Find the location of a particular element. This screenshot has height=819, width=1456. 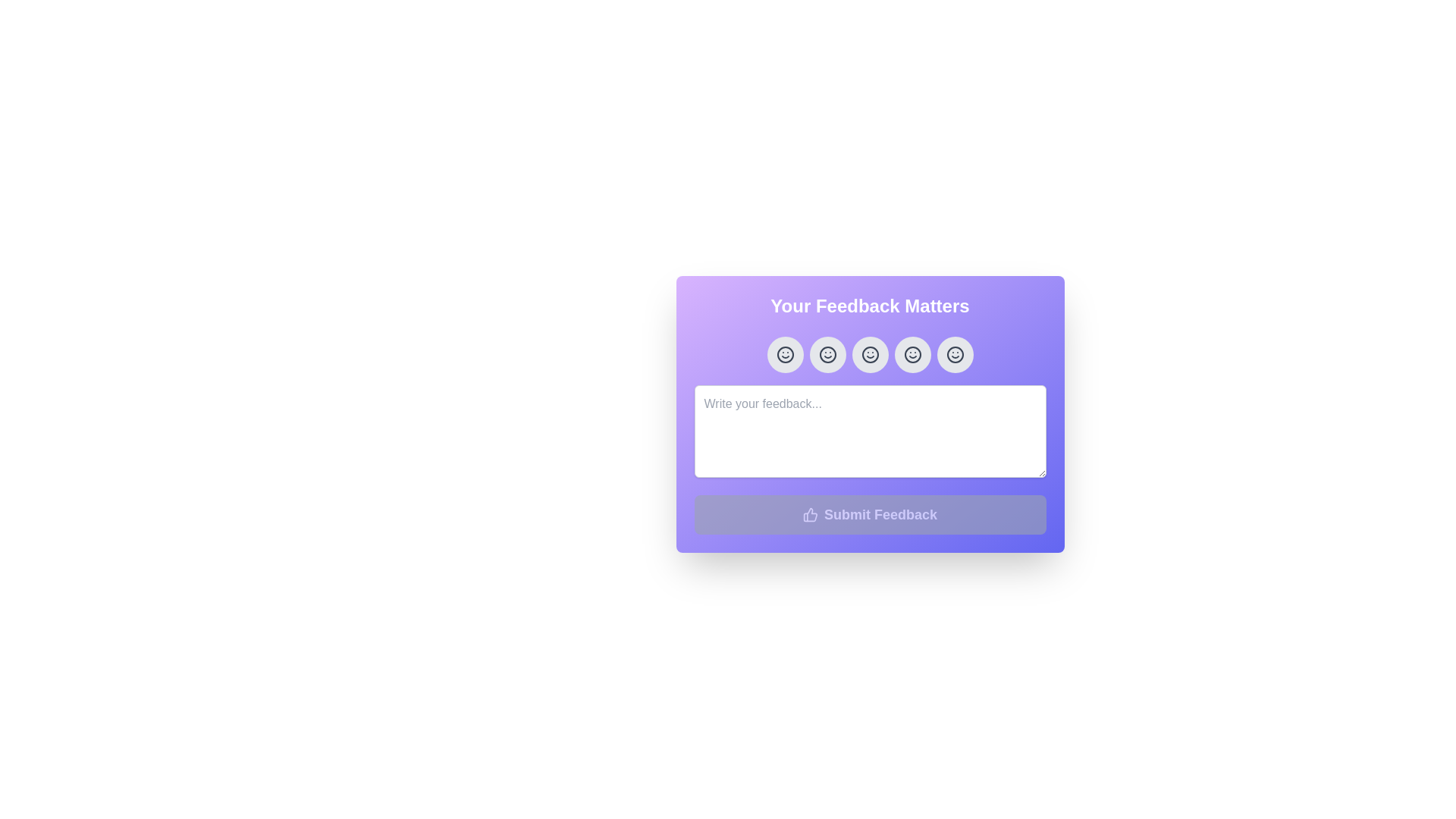

the fourth smiley face icon representing 'very happy' is located at coordinates (912, 354).